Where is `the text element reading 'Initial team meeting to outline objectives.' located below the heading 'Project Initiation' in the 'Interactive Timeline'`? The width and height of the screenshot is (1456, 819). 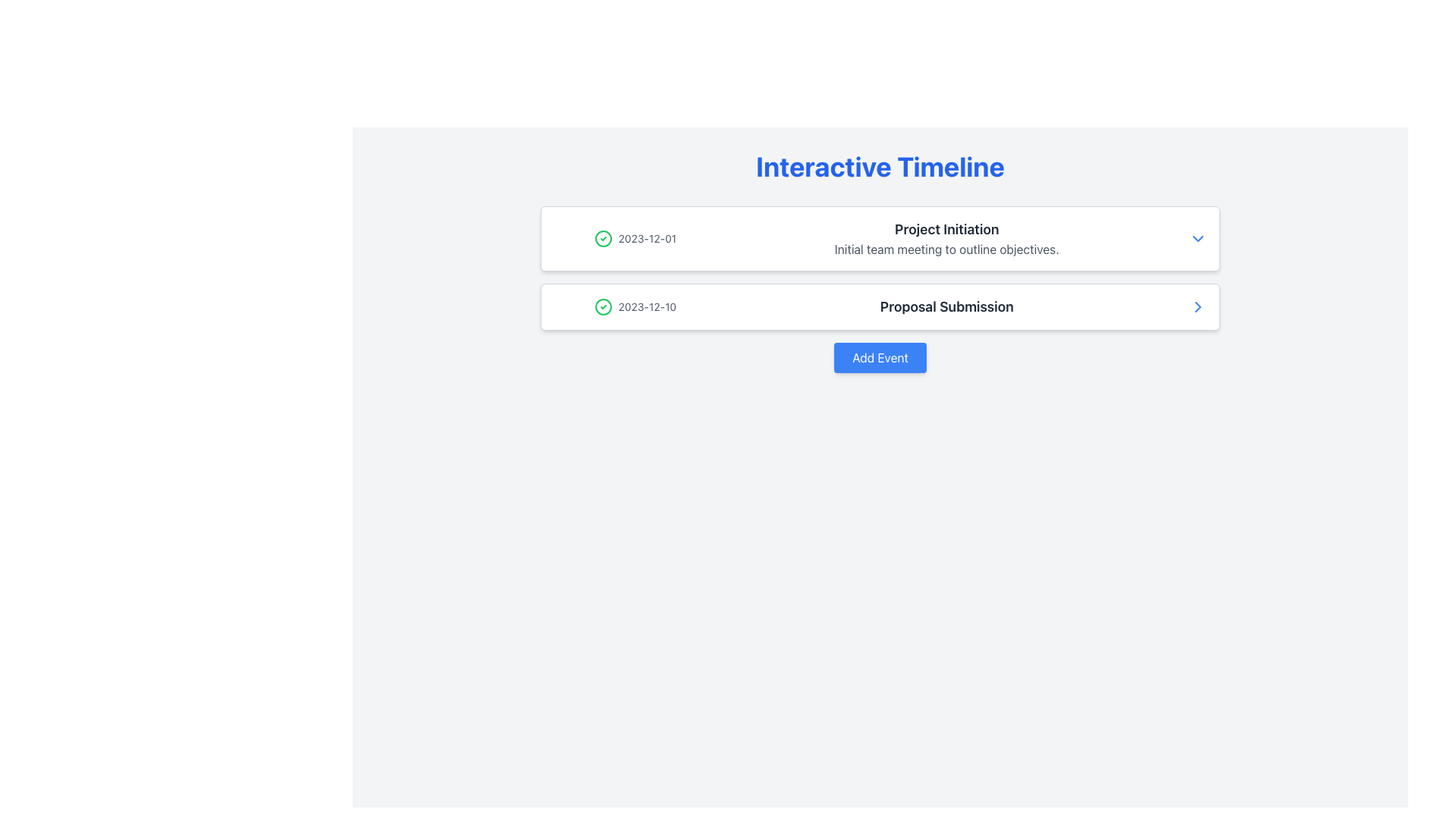 the text element reading 'Initial team meeting to outline objectives.' located below the heading 'Project Initiation' in the 'Interactive Timeline' is located at coordinates (946, 248).